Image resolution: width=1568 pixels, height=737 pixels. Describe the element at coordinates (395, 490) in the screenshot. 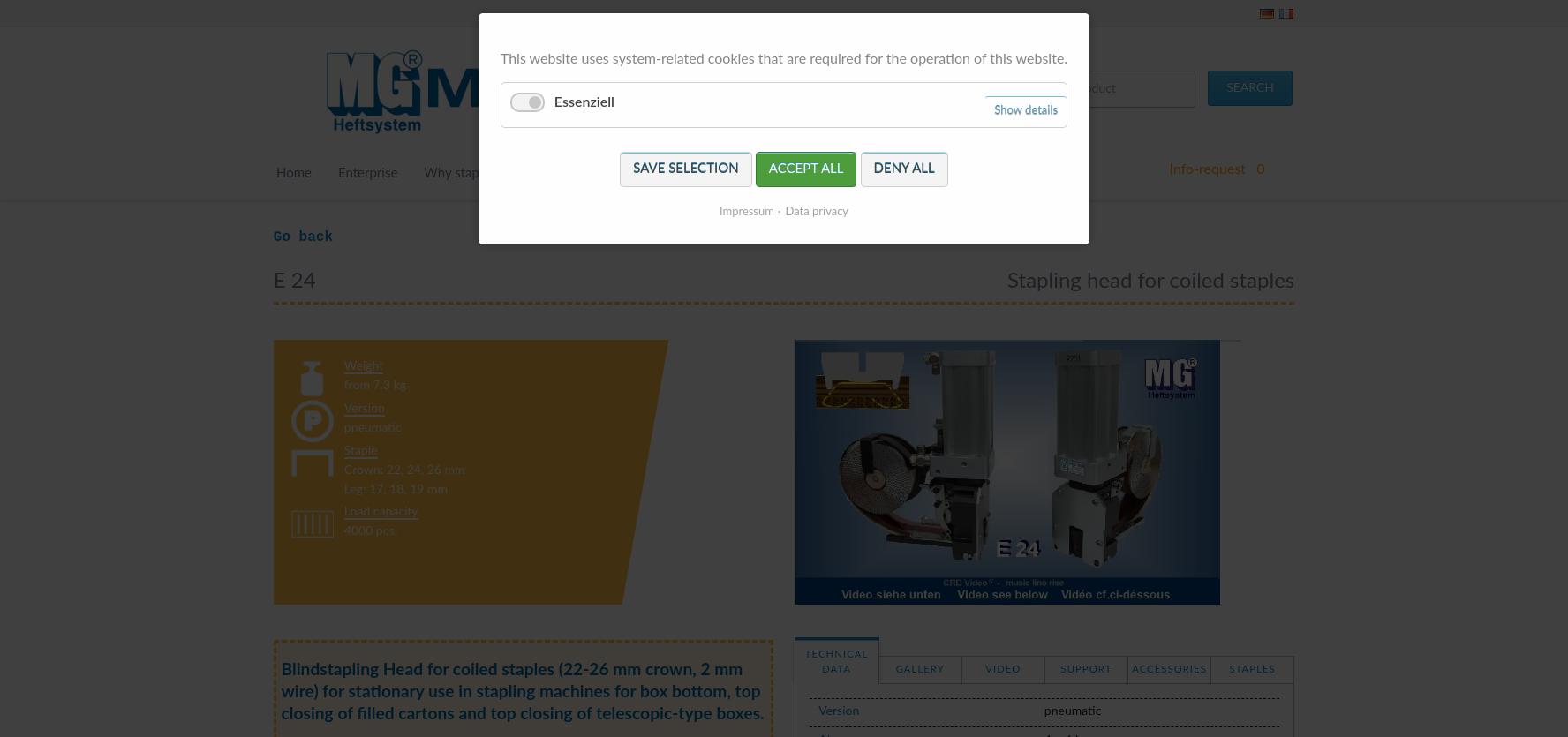

I see `'Leg: 17, 18, 19 mm'` at that location.